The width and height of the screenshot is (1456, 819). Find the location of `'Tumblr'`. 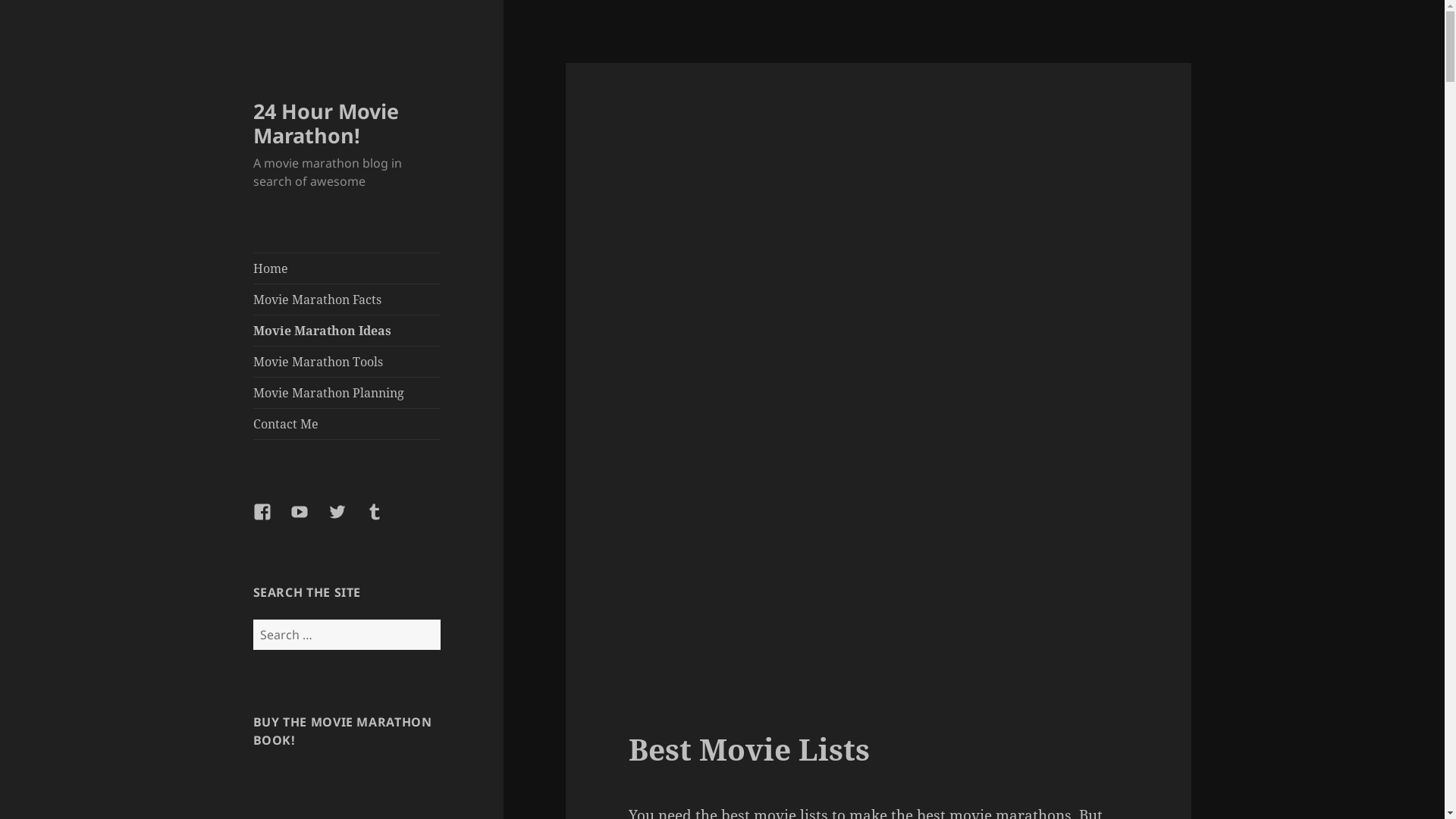

'Tumblr' is located at coordinates (383, 519).